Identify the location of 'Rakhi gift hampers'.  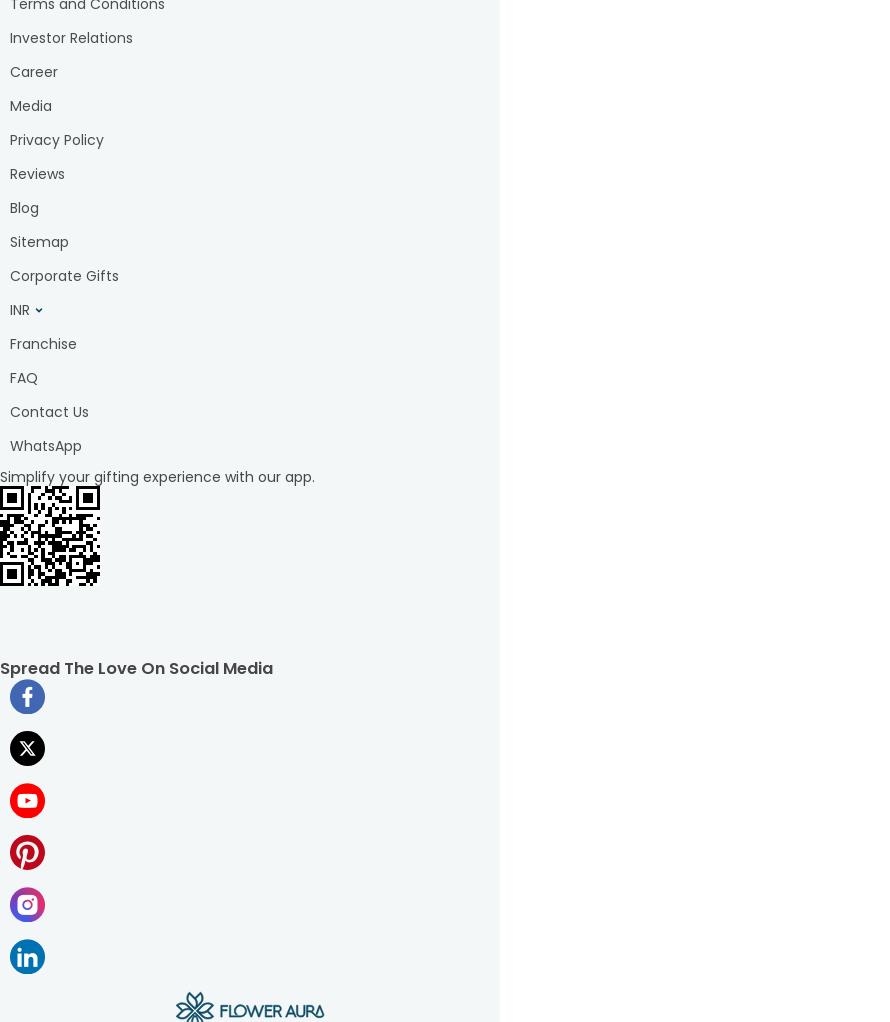
(353, 342).